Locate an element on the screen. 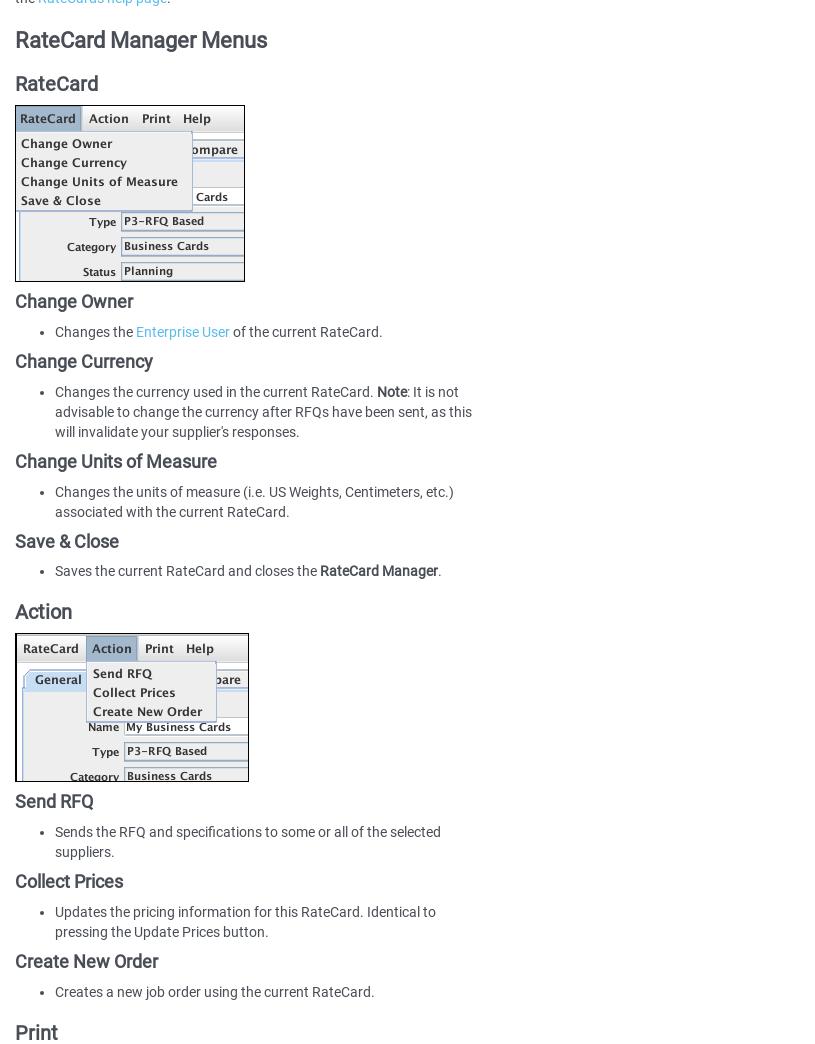  'Action' is located at coordinates (42, 611).